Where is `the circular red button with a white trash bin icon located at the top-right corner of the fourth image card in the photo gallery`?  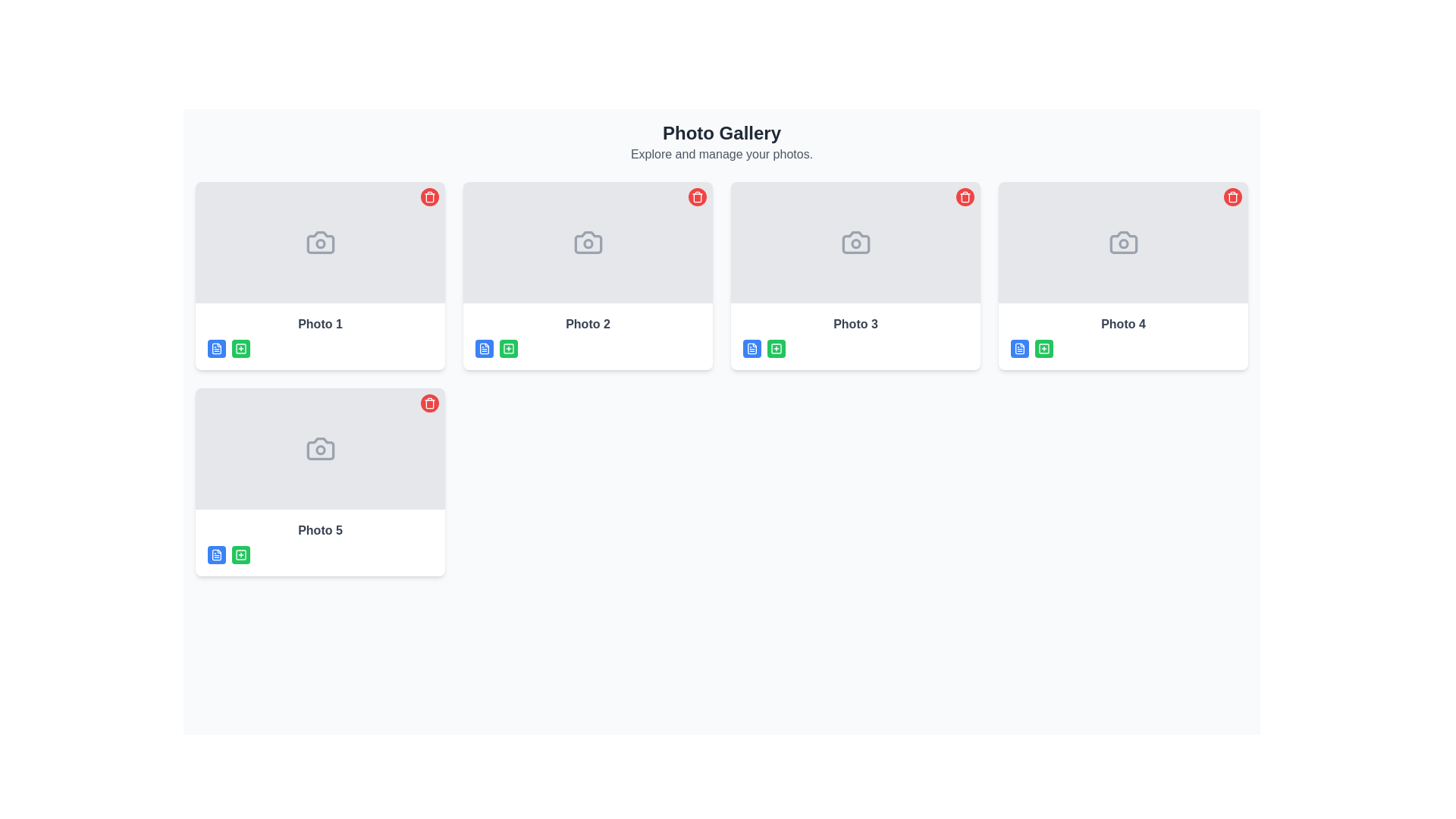
the circular red button with a white trash bin icon located at the top-right corner of the fourth image card in the photo gallery is located at coordinates (1233, 196).